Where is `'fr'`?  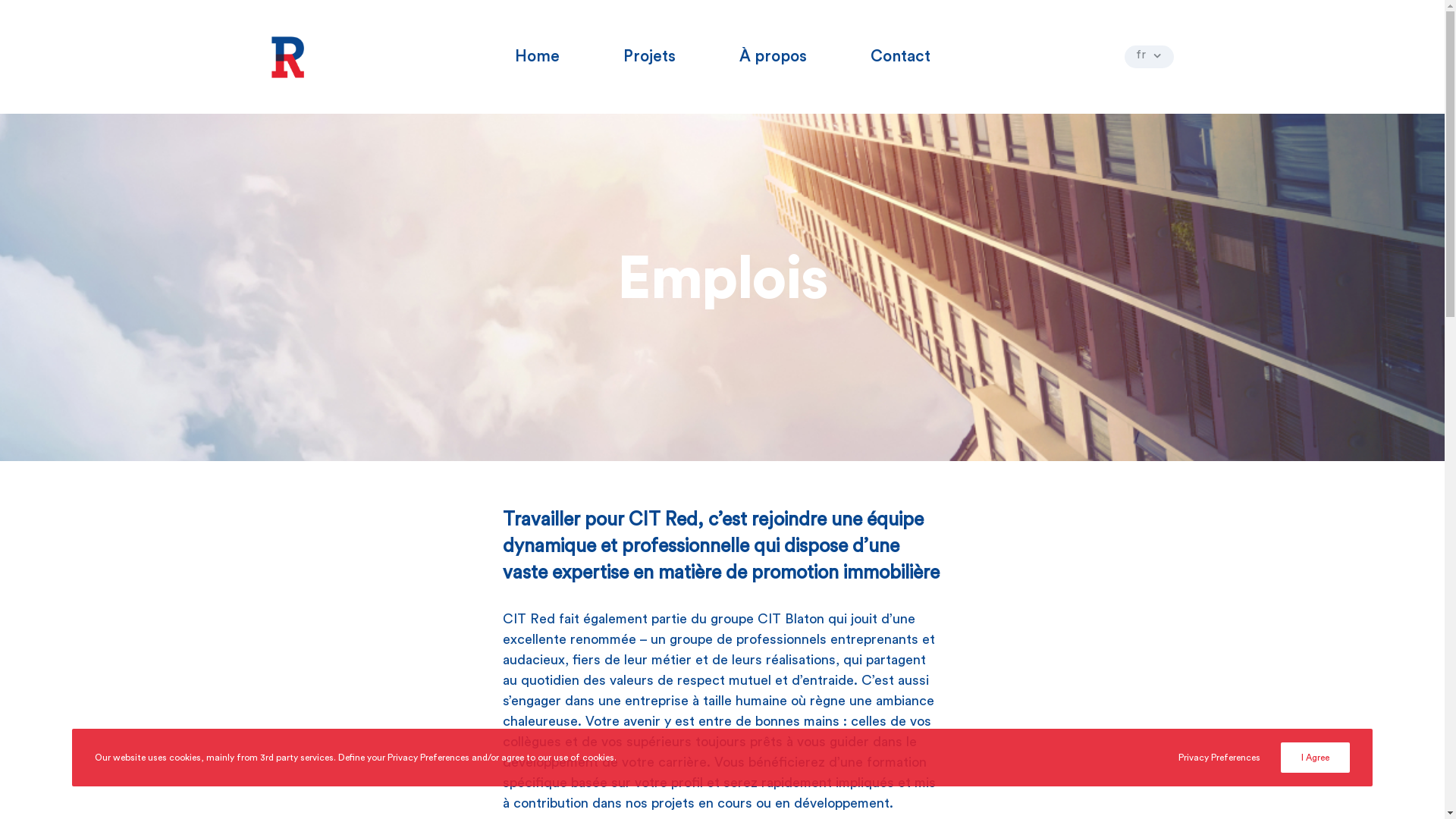
'fr' is located at coordinates (1148, 55).